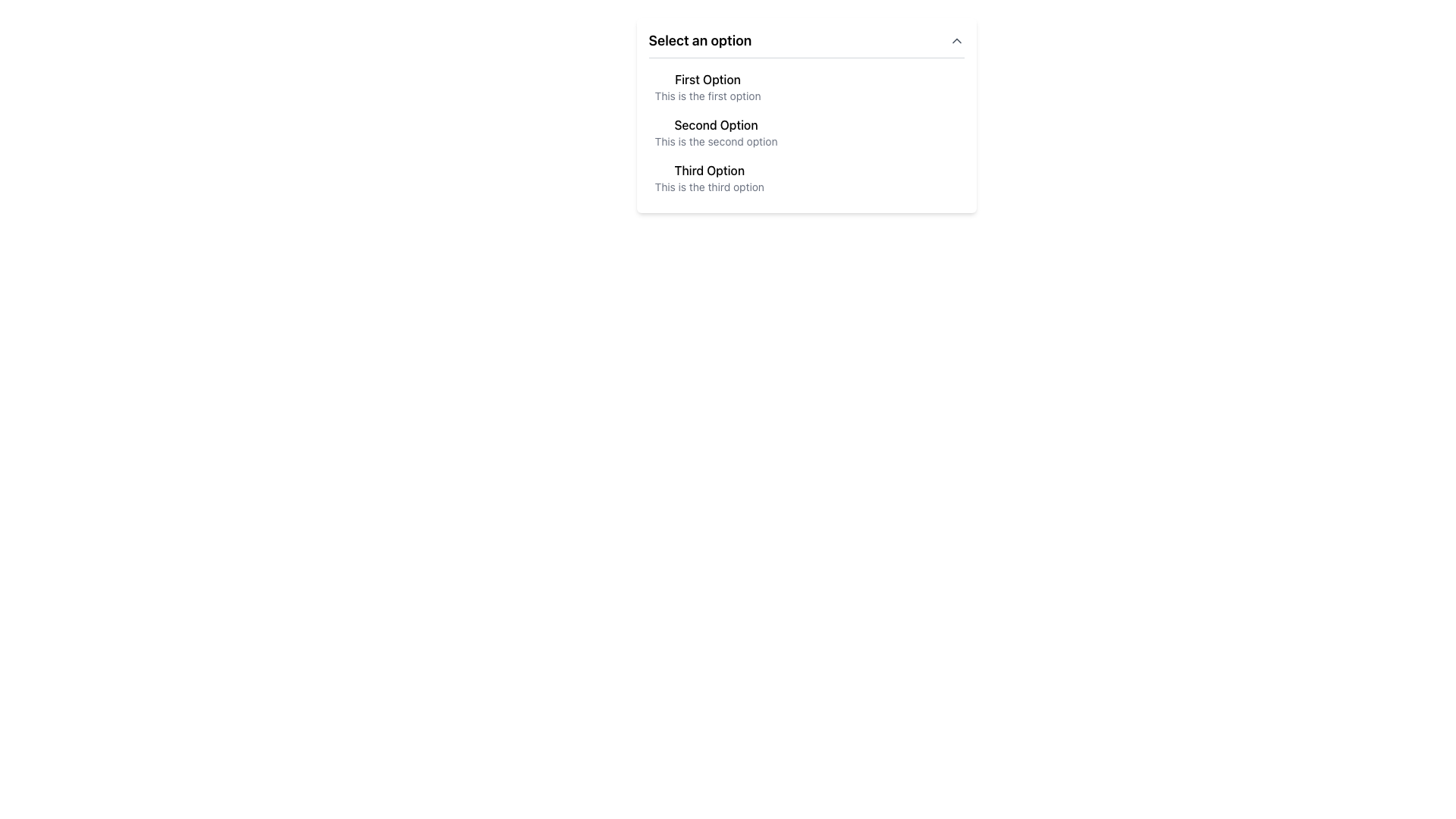 The image size is (1456, 819). I want to click on the list item labeled 'First Option', so click(805, 87).